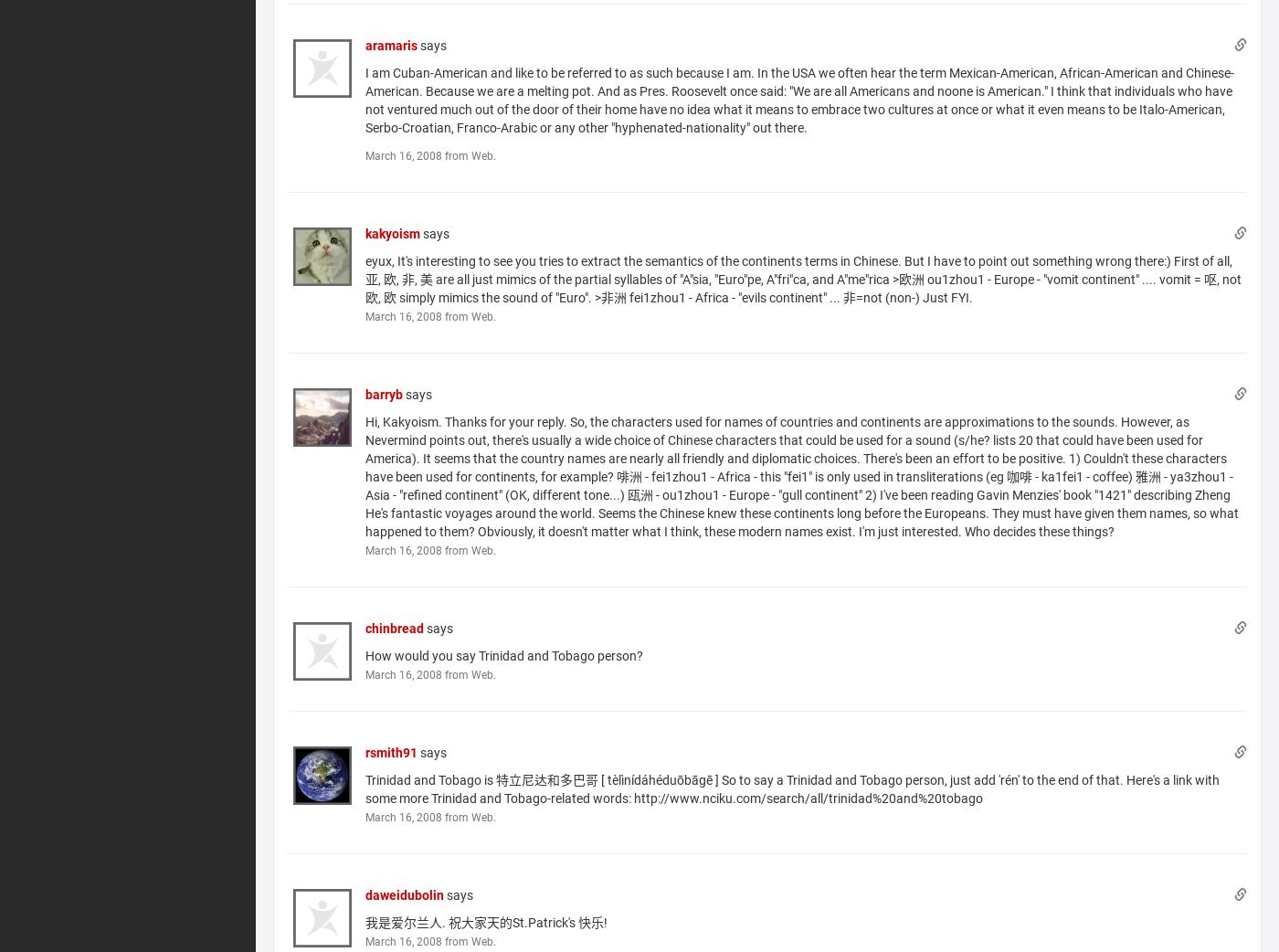  Describe the element at coordinates (486, 921) in the screenshot. I see `'我是爱尔兰人. 祝大家天的St.Patrick's 快乐!'` at that location.